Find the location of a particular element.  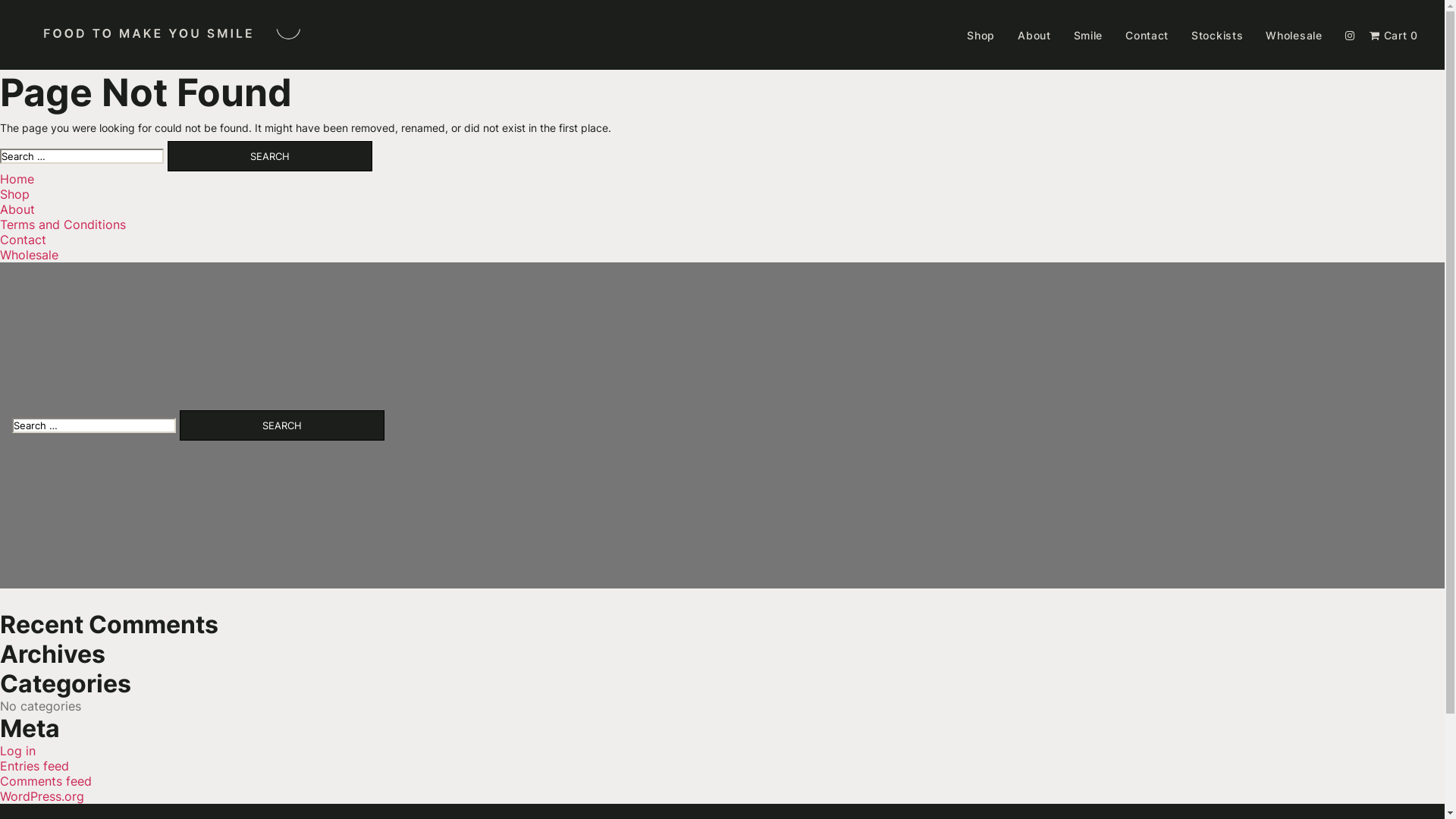

'Shop' is located at coordinates (14, 193).